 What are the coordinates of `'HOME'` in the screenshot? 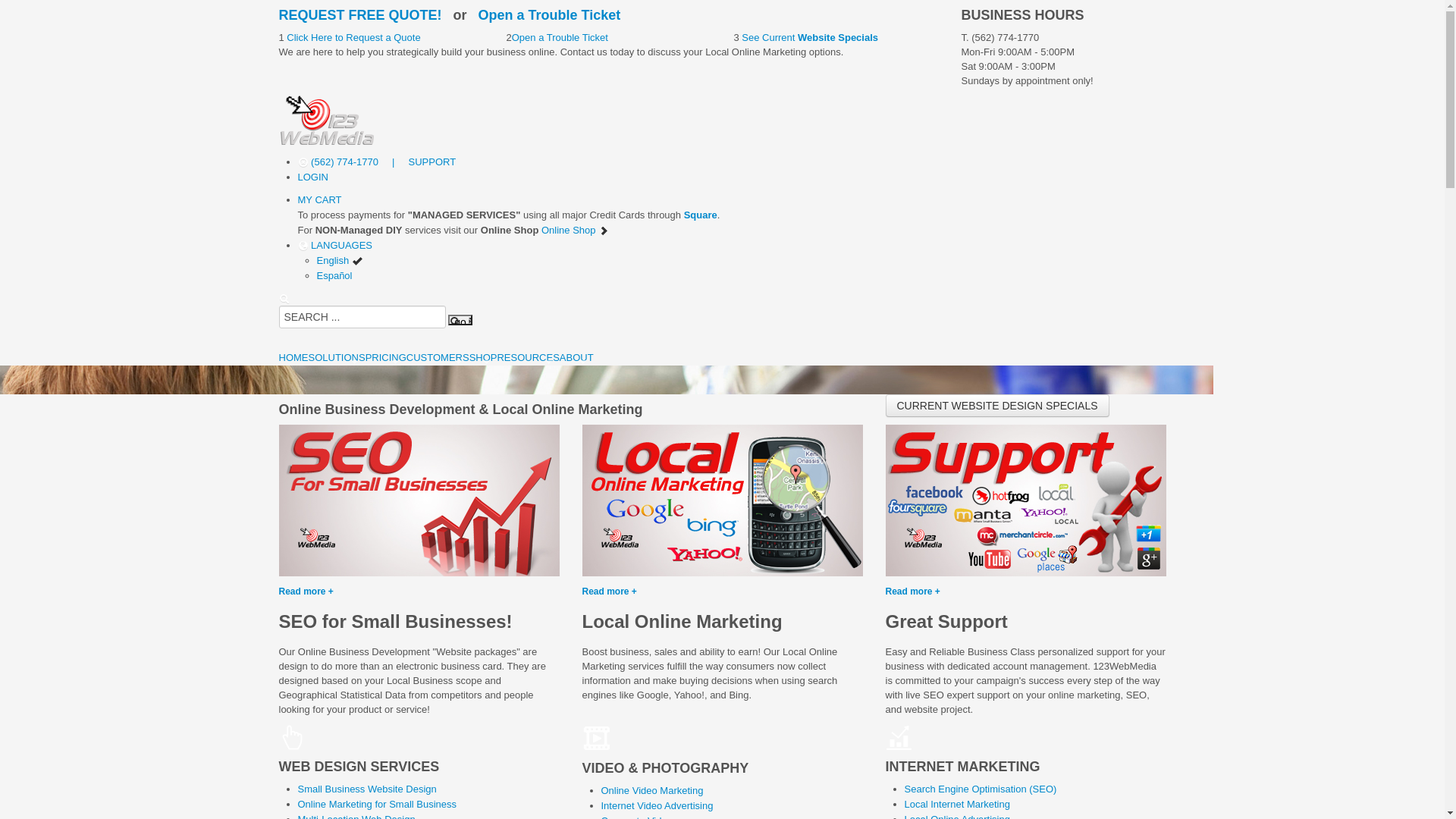 It's located at (293, 357).